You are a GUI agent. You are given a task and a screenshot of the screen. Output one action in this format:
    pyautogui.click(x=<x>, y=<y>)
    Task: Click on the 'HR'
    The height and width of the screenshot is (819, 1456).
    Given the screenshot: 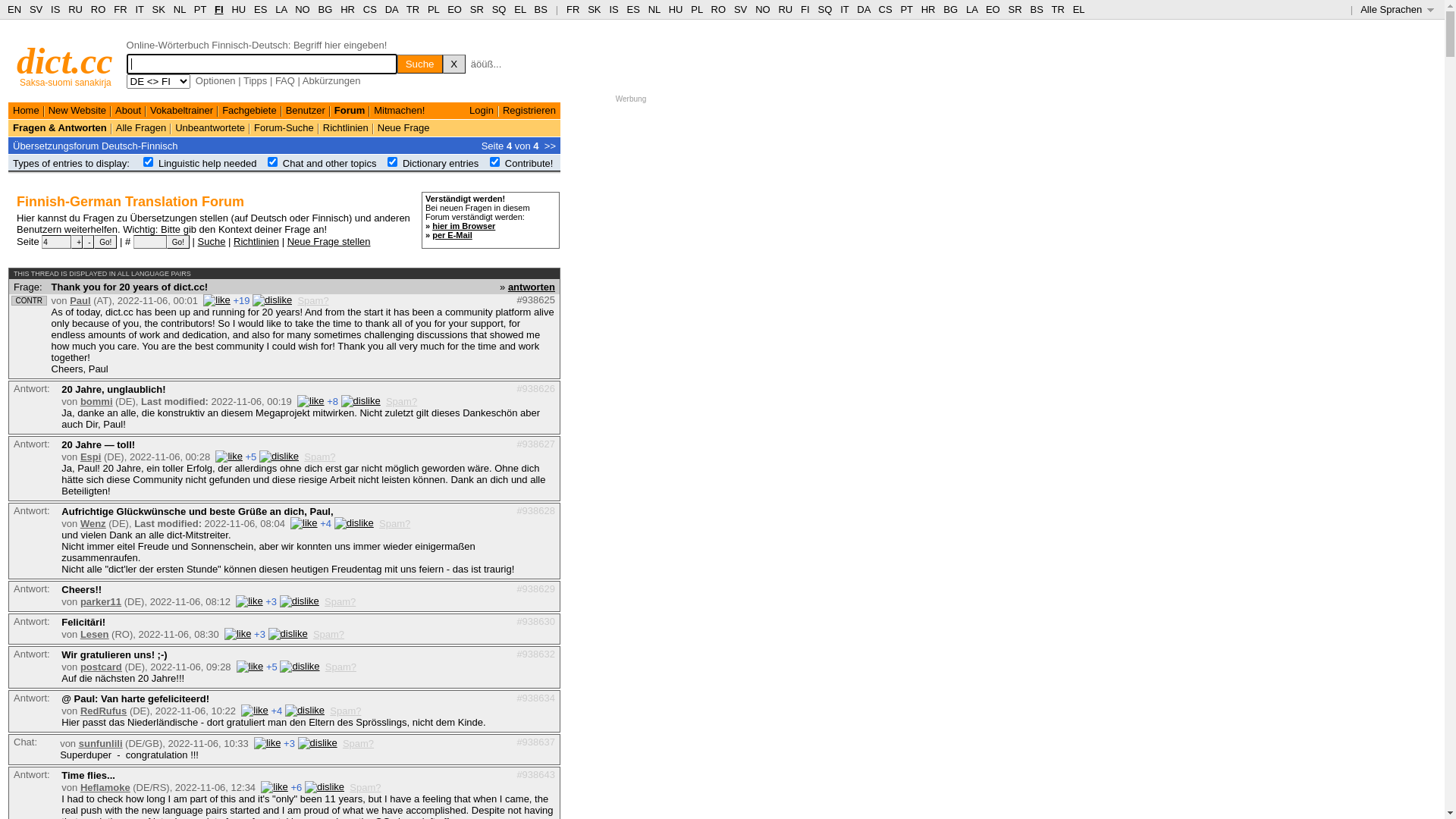 What is the action you would take?
    pyautogui.click(x=347, y=9)
    